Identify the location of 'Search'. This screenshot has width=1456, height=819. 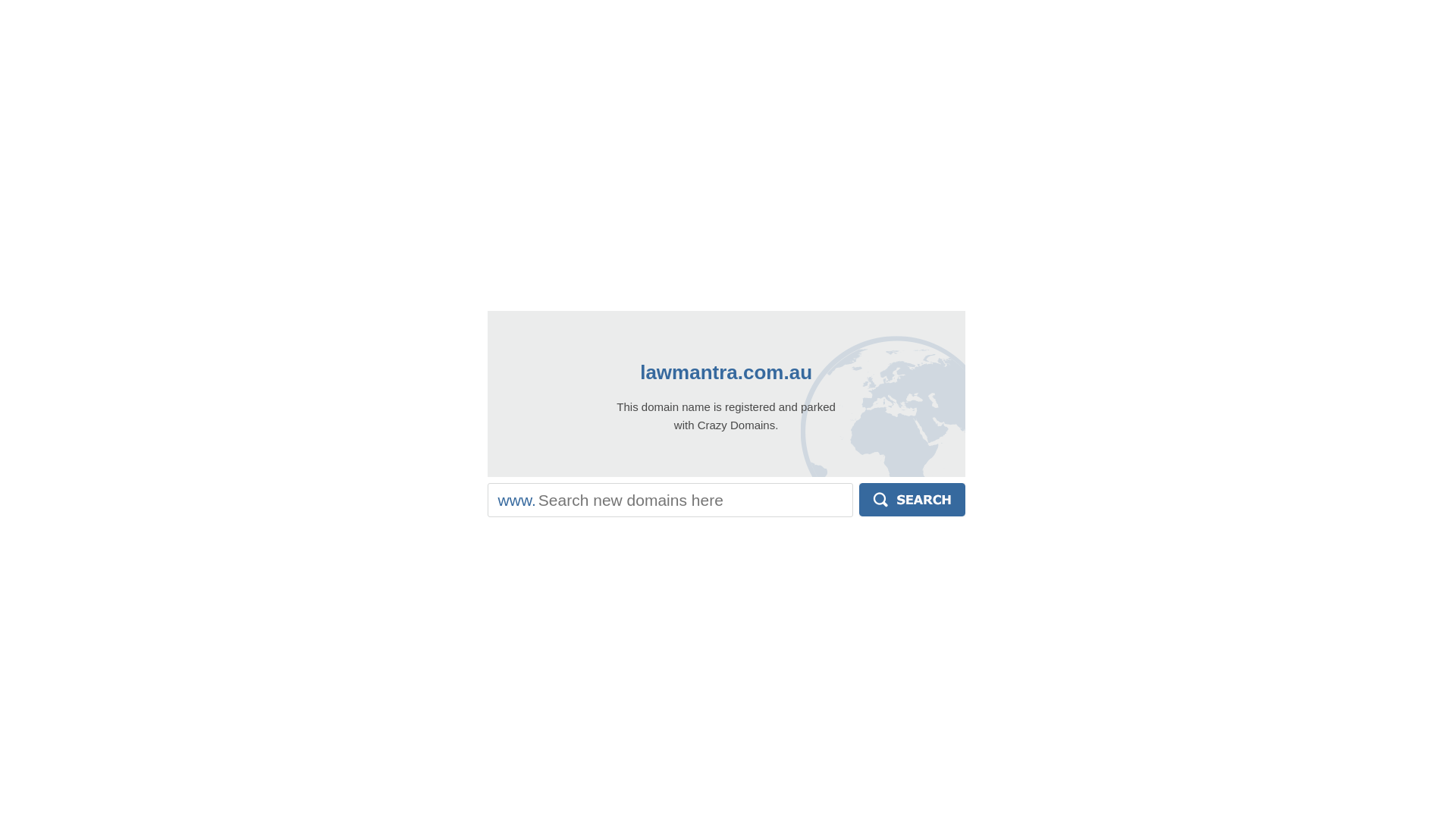
(912, 500).